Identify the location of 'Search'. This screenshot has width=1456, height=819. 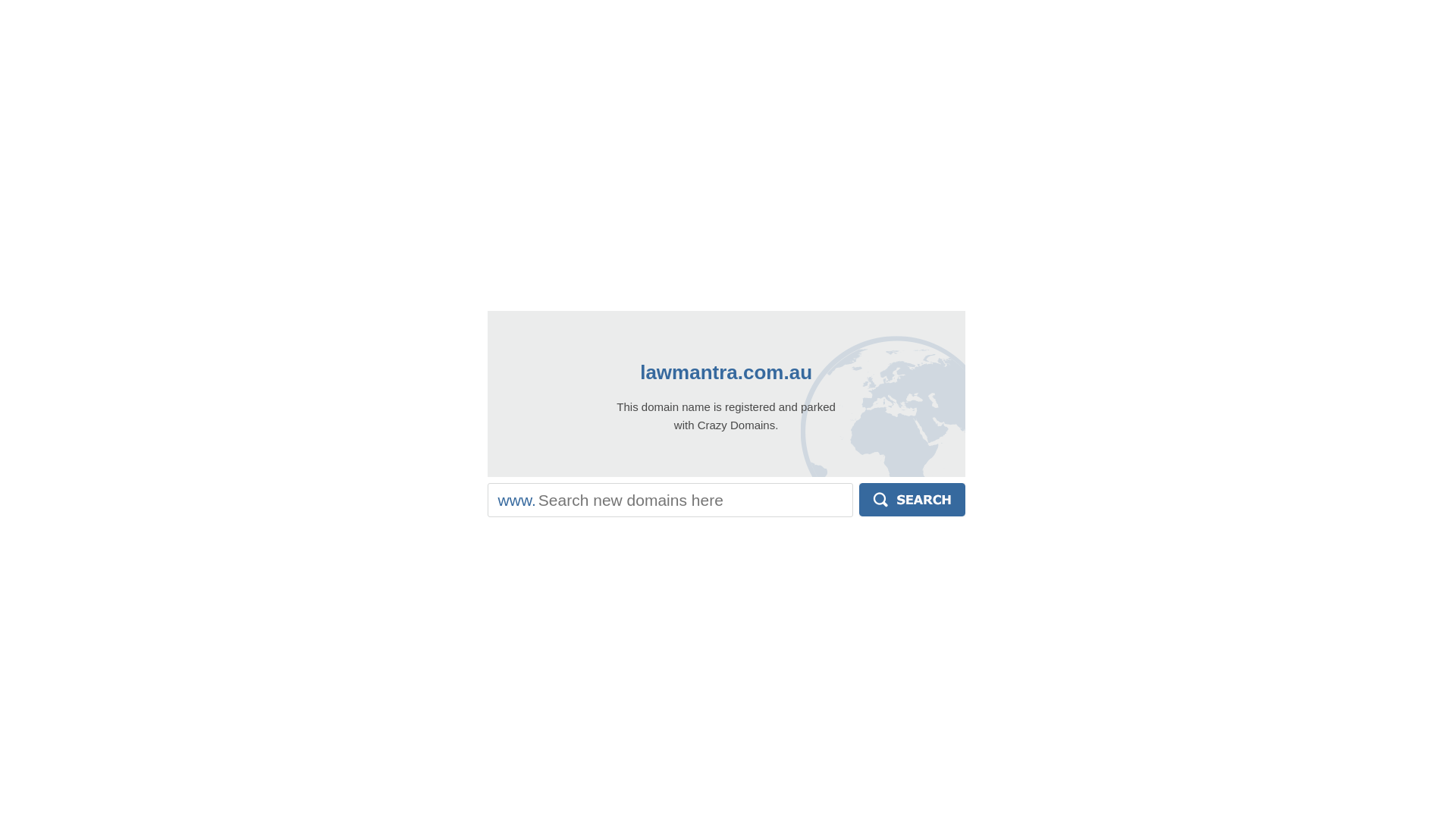
(912, 500).